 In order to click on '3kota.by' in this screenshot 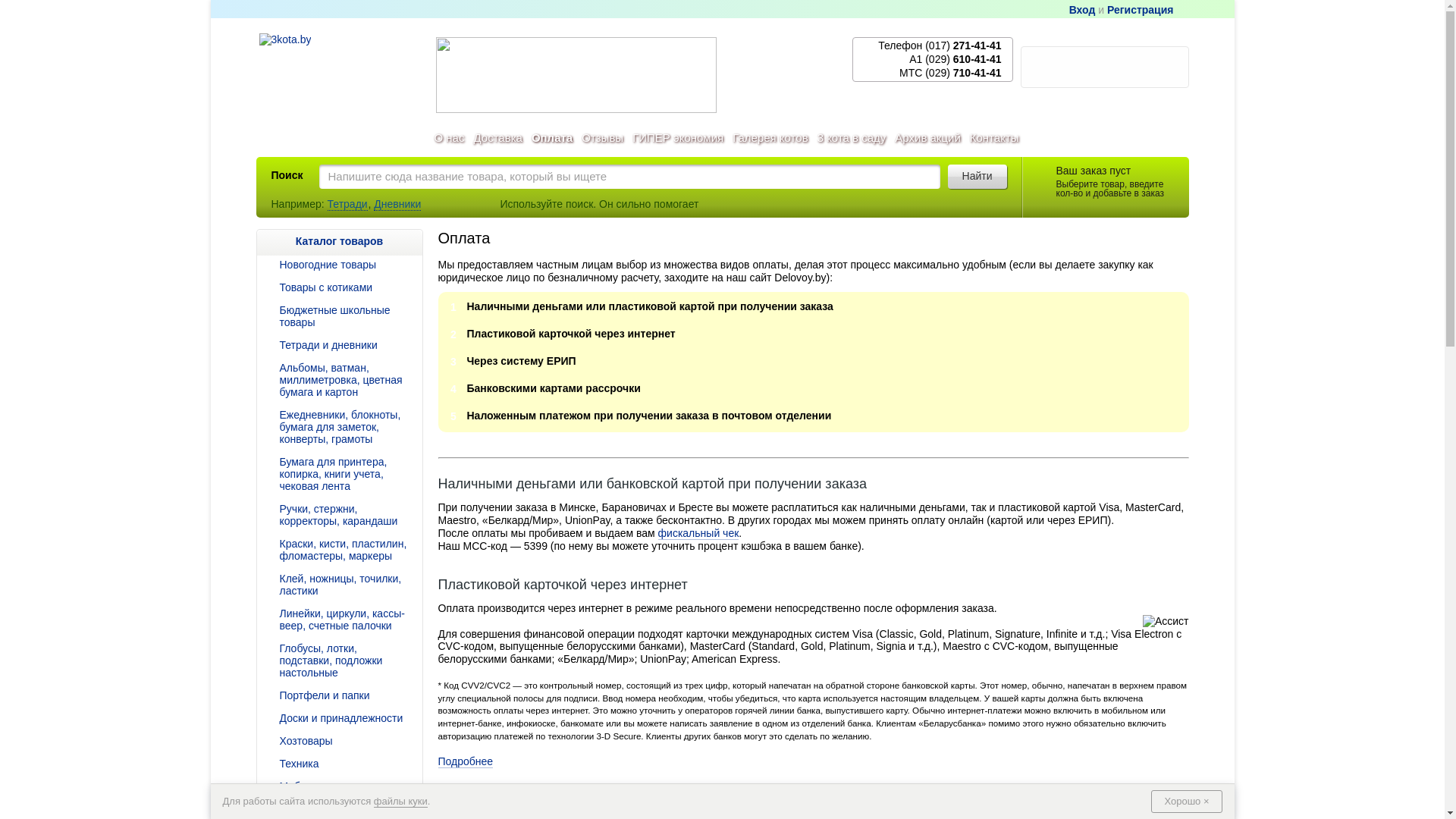, I will do `click(259, 72)`.